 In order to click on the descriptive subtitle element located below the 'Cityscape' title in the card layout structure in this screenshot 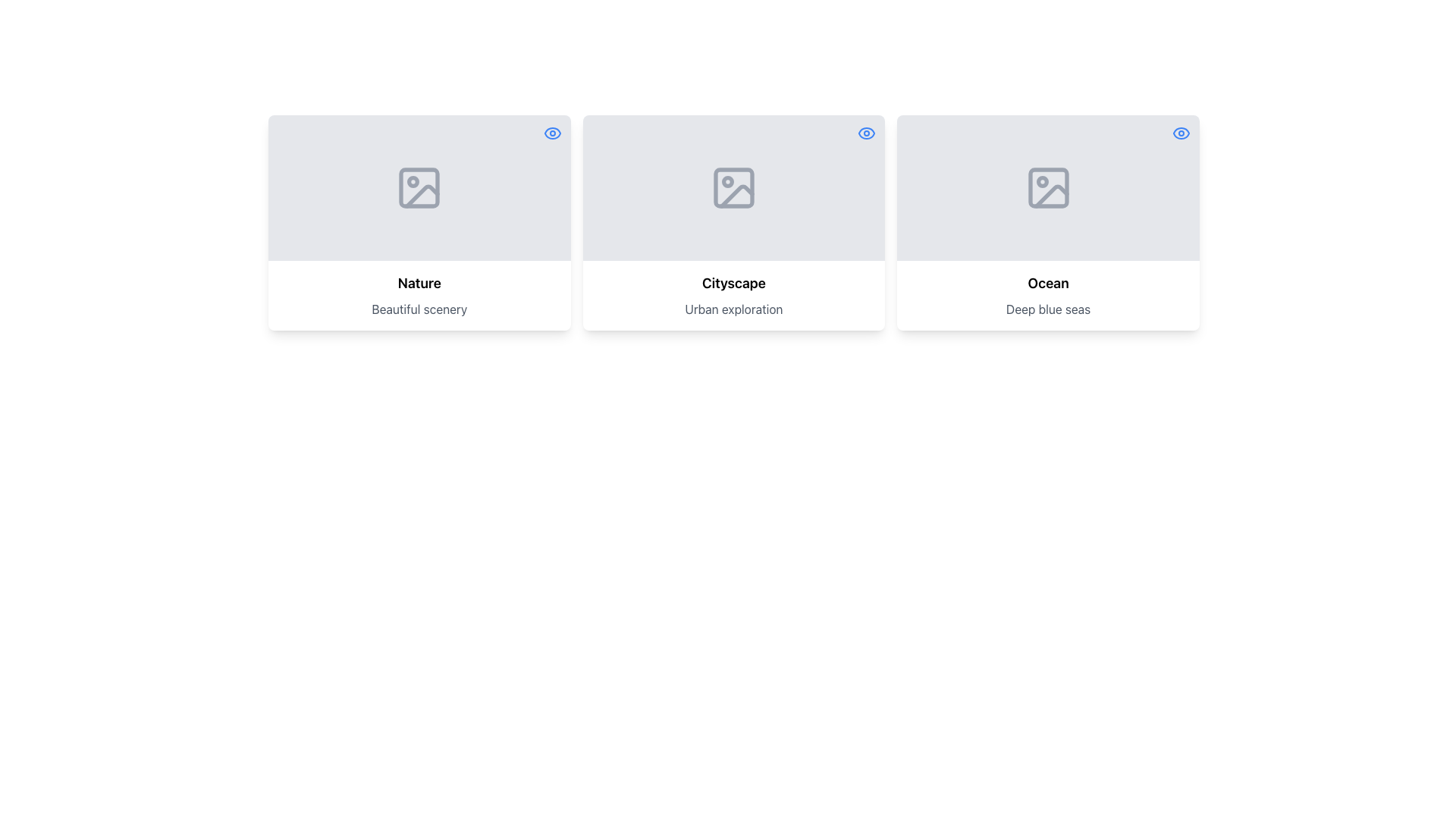, I will do `click(734, 309)`.